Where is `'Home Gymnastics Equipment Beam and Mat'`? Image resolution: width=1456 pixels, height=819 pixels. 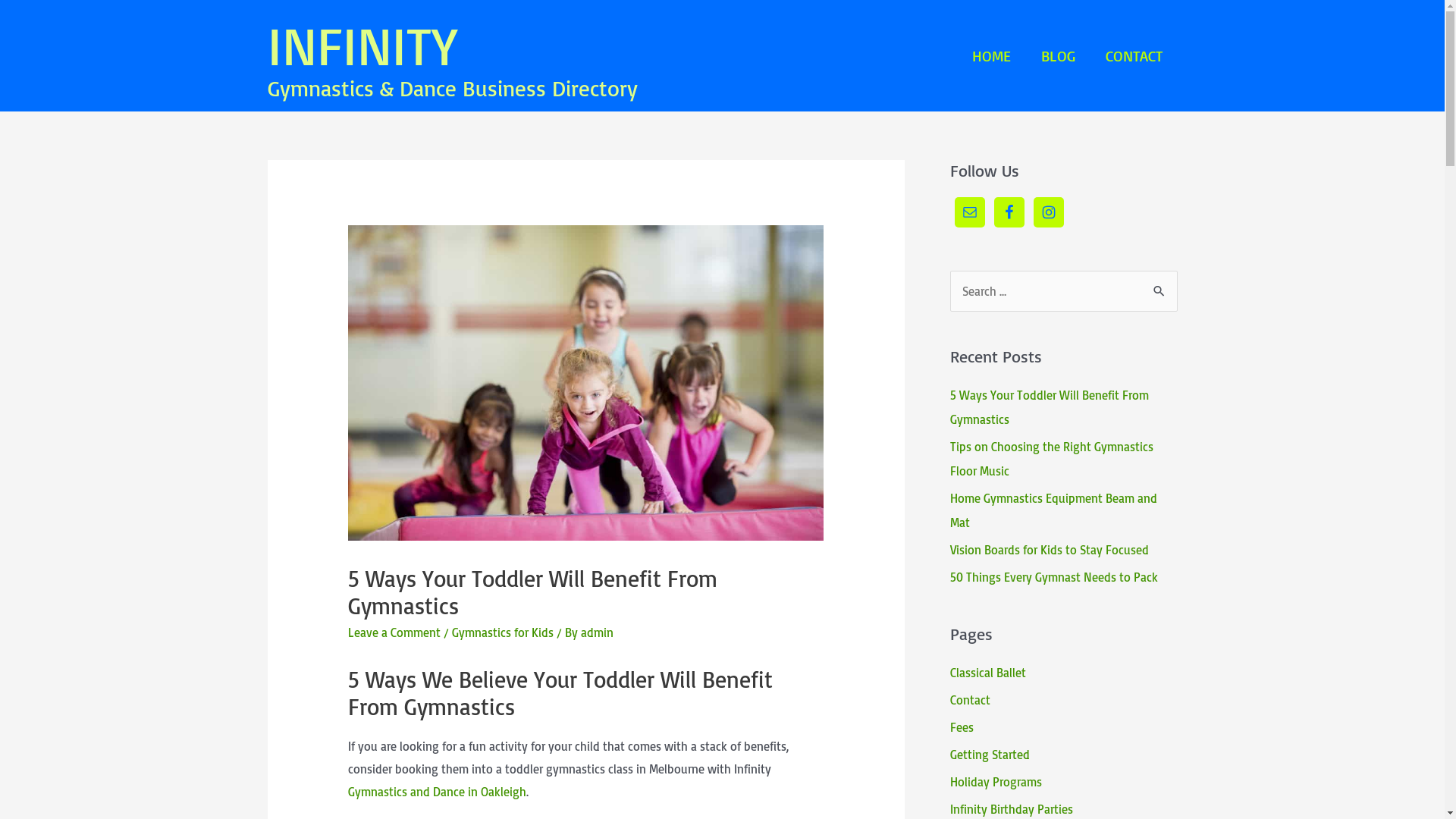
'Home Gymnastics Equipment Beam and Mat' is located at coordinates (1052, 510).